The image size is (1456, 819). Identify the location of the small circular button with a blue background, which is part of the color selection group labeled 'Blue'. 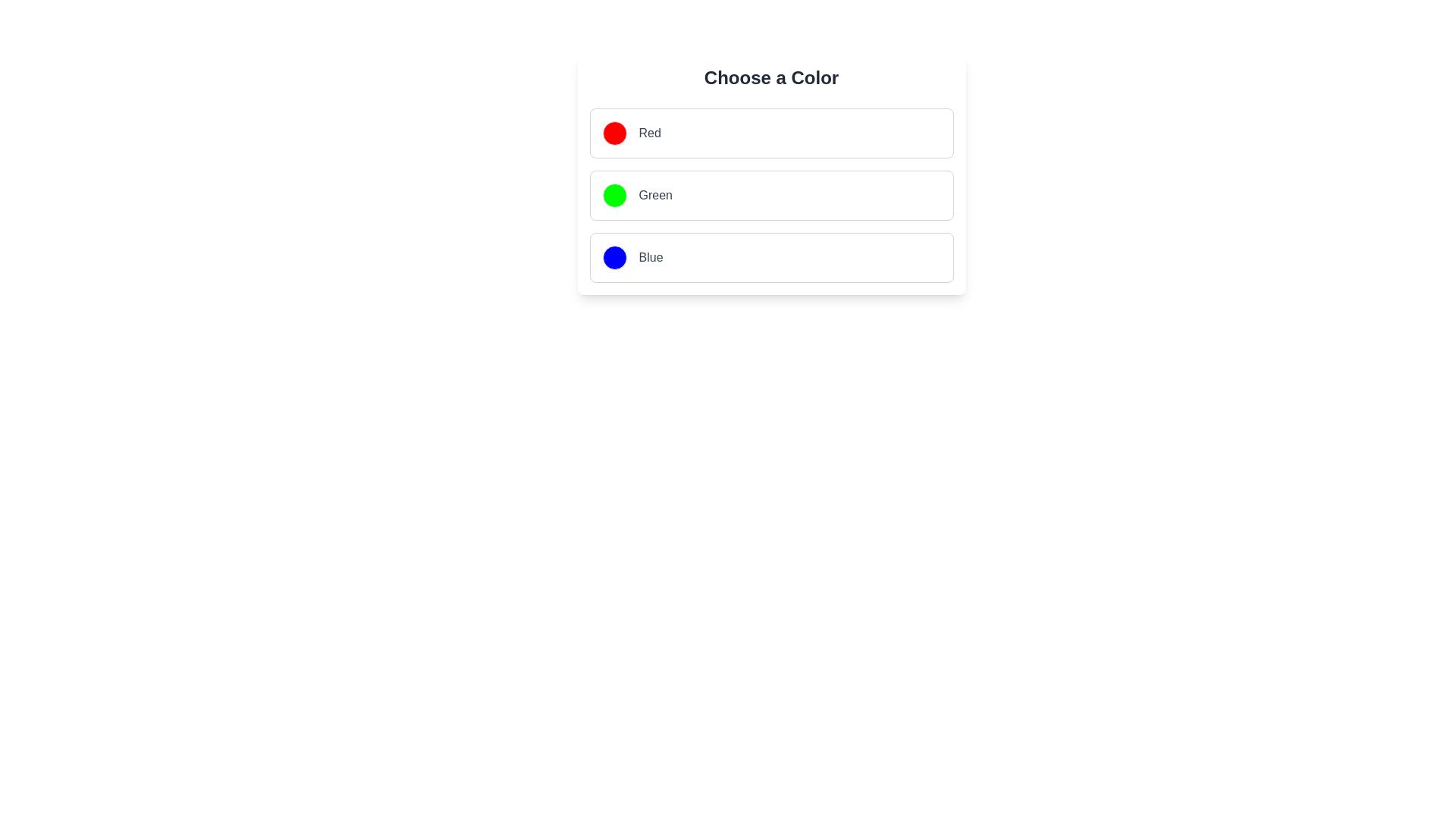
(614, 256).